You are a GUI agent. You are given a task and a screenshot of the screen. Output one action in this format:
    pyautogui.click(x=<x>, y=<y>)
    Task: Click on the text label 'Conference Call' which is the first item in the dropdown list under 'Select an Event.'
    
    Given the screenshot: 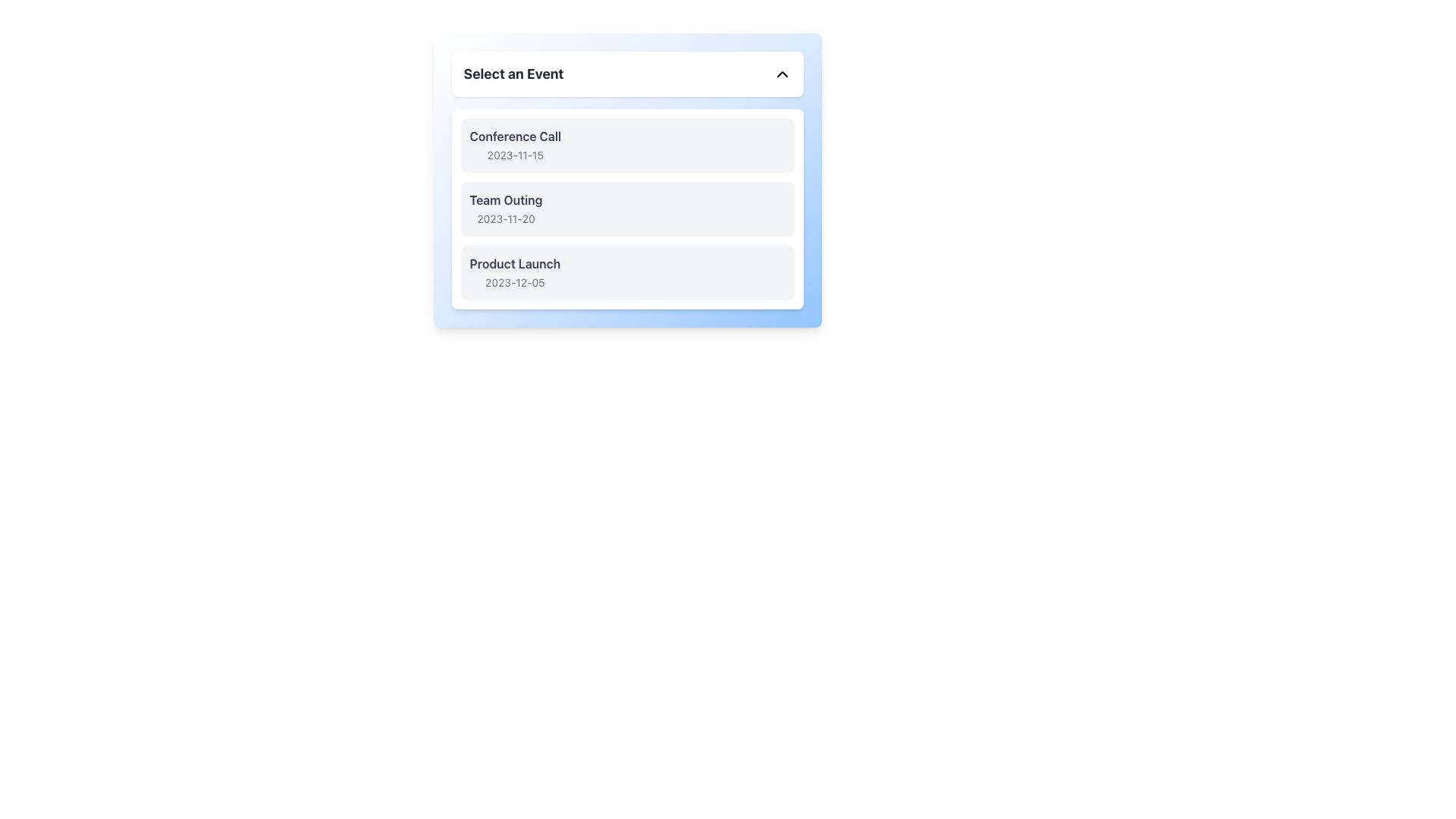 What is the action you would take?
    pyautogui.click(x=515, y=136)
    